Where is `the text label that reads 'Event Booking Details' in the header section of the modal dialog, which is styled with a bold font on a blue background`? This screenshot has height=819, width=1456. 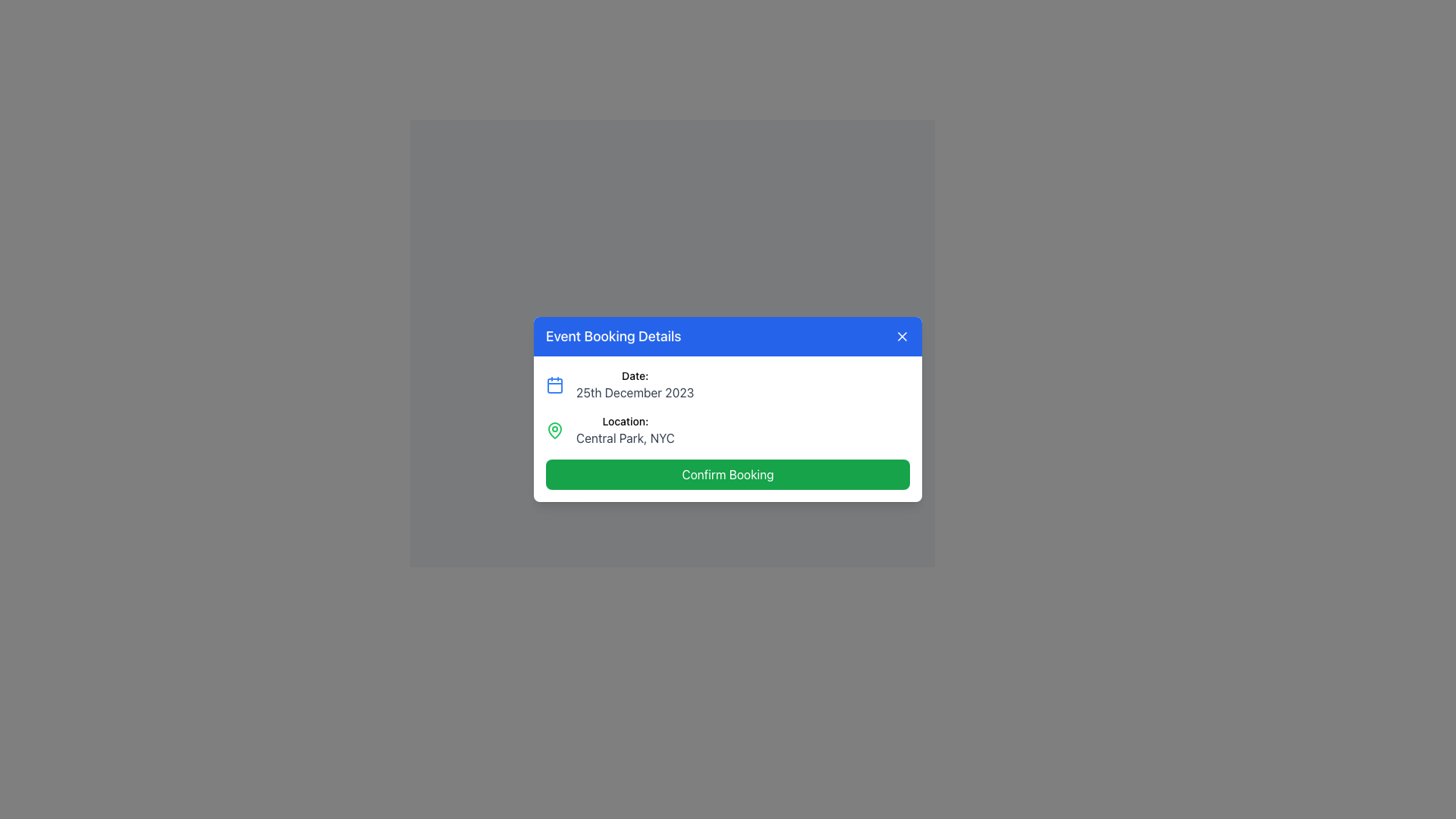 the text label that reads 'Event Booking Details' in the header section of the modal dialog, which is styled with a bold font on a blue background is located at coordinates (613, 335).